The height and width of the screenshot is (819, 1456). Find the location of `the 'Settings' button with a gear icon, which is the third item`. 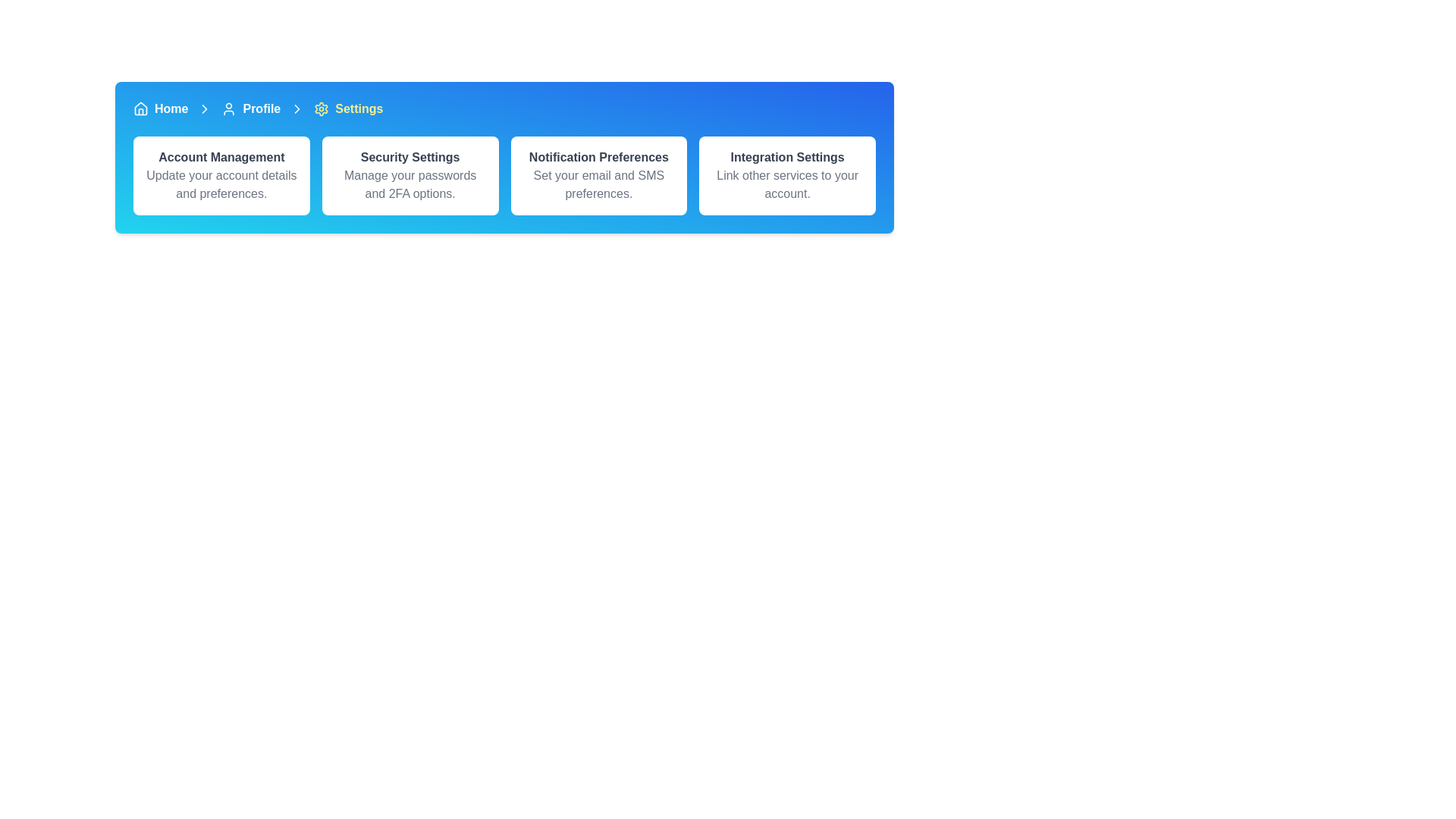

the 'Settings' button with a gear icon, which is the third item is located at coordinates (347, 108).